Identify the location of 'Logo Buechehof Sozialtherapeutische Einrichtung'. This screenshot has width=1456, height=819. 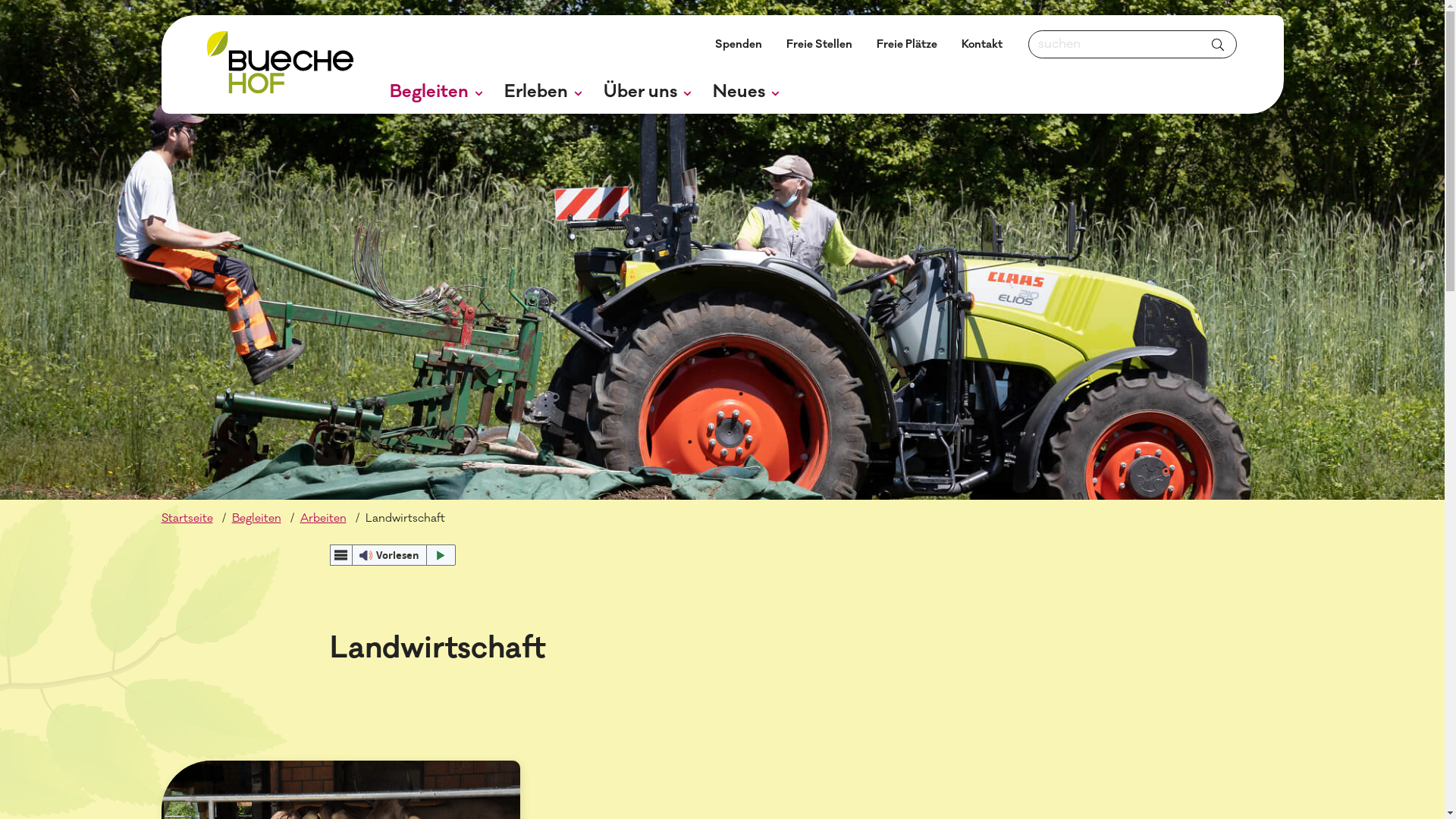
(206, 64).